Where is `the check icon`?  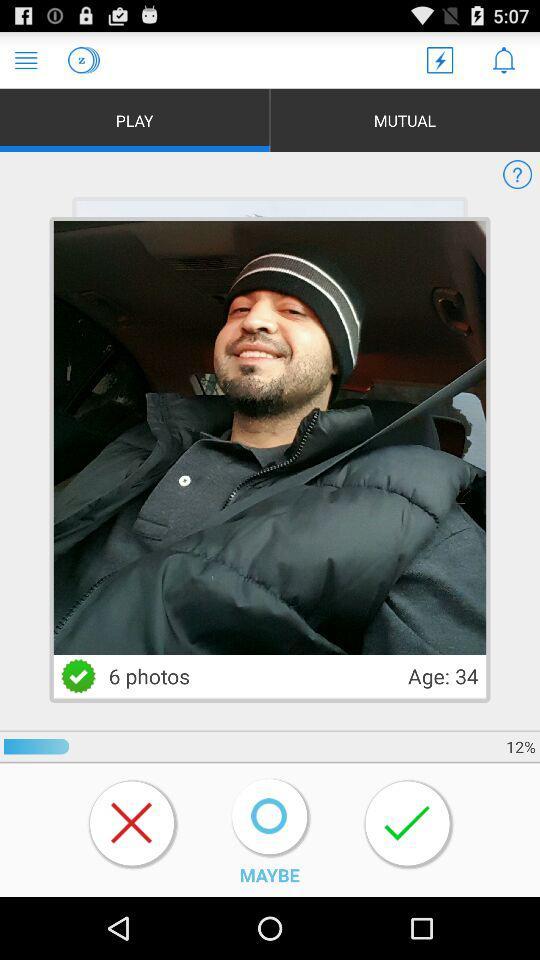
the check icon is located at coordinates (77, 722).